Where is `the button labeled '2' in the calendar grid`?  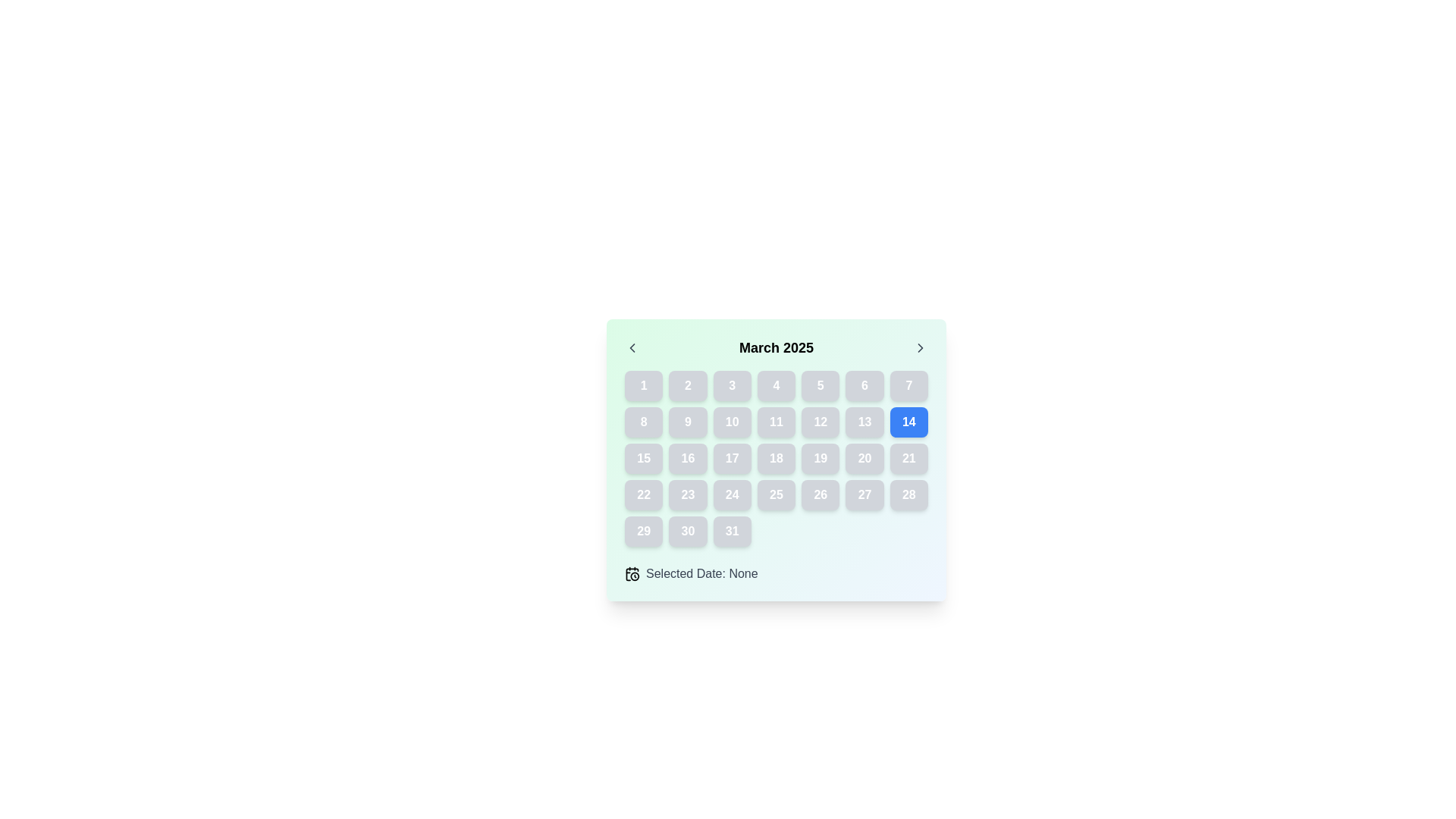
the button labeled '2' in the calendar grid is located at coordinates (687, 385).